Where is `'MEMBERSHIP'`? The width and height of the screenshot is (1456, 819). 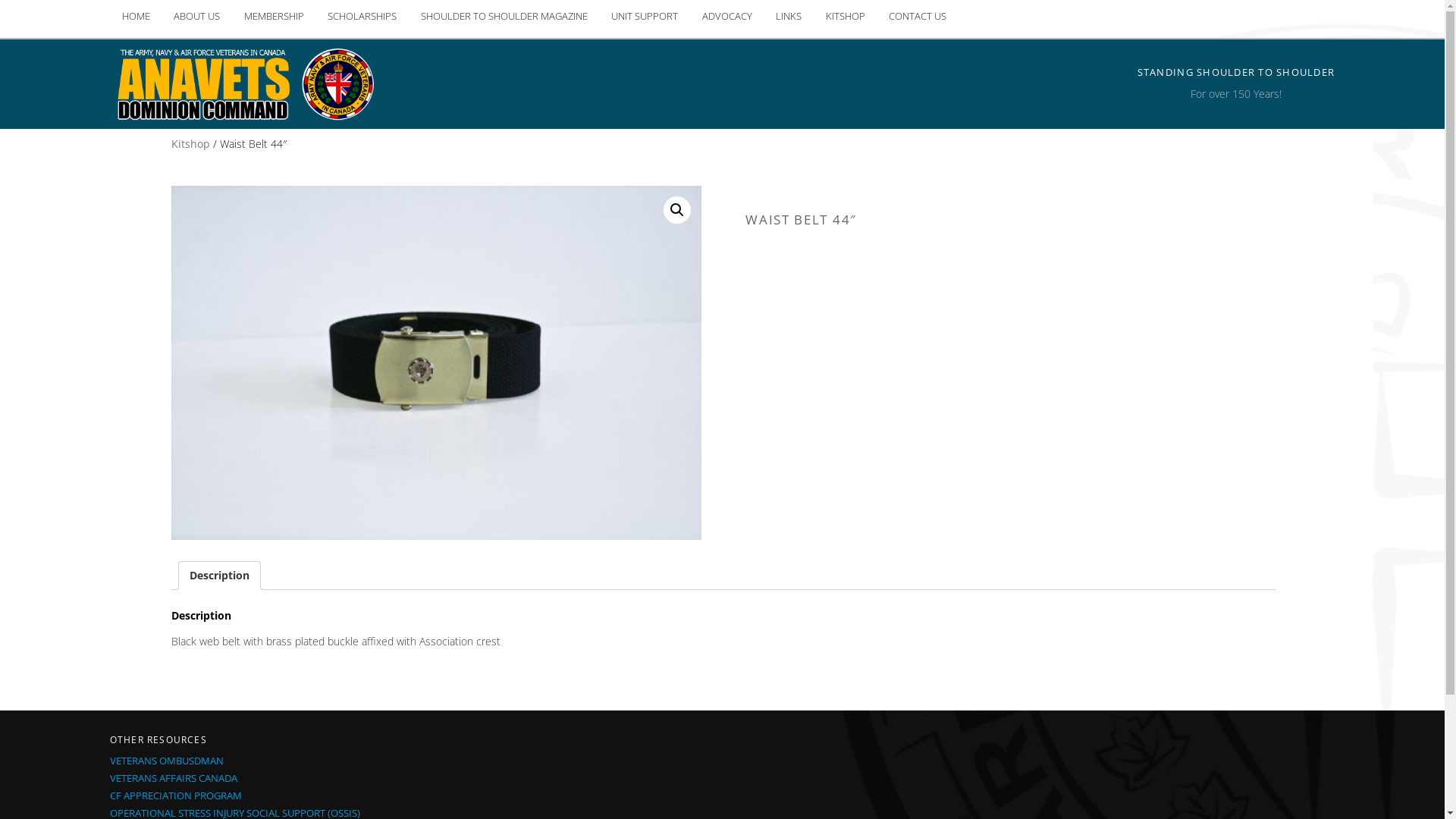 'MEMBERSHIP' is located at coordinates (274, 16).